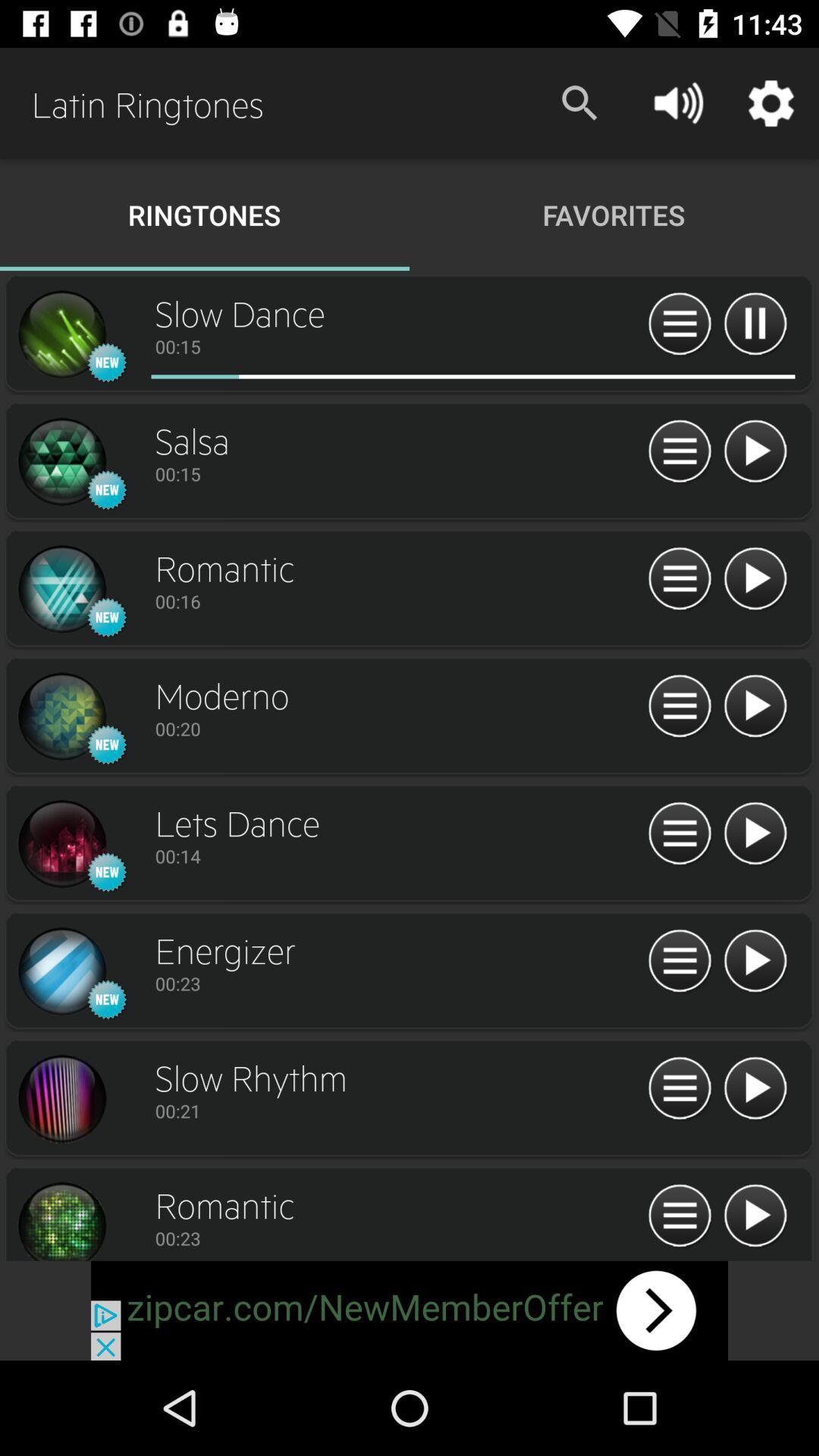 The width and height of the screenshot is (819, 1456). What do you see at coordinates (579, 103) in the screenshot?
I see `search icon right to latin ringtones` at bounding box center [579, 103].